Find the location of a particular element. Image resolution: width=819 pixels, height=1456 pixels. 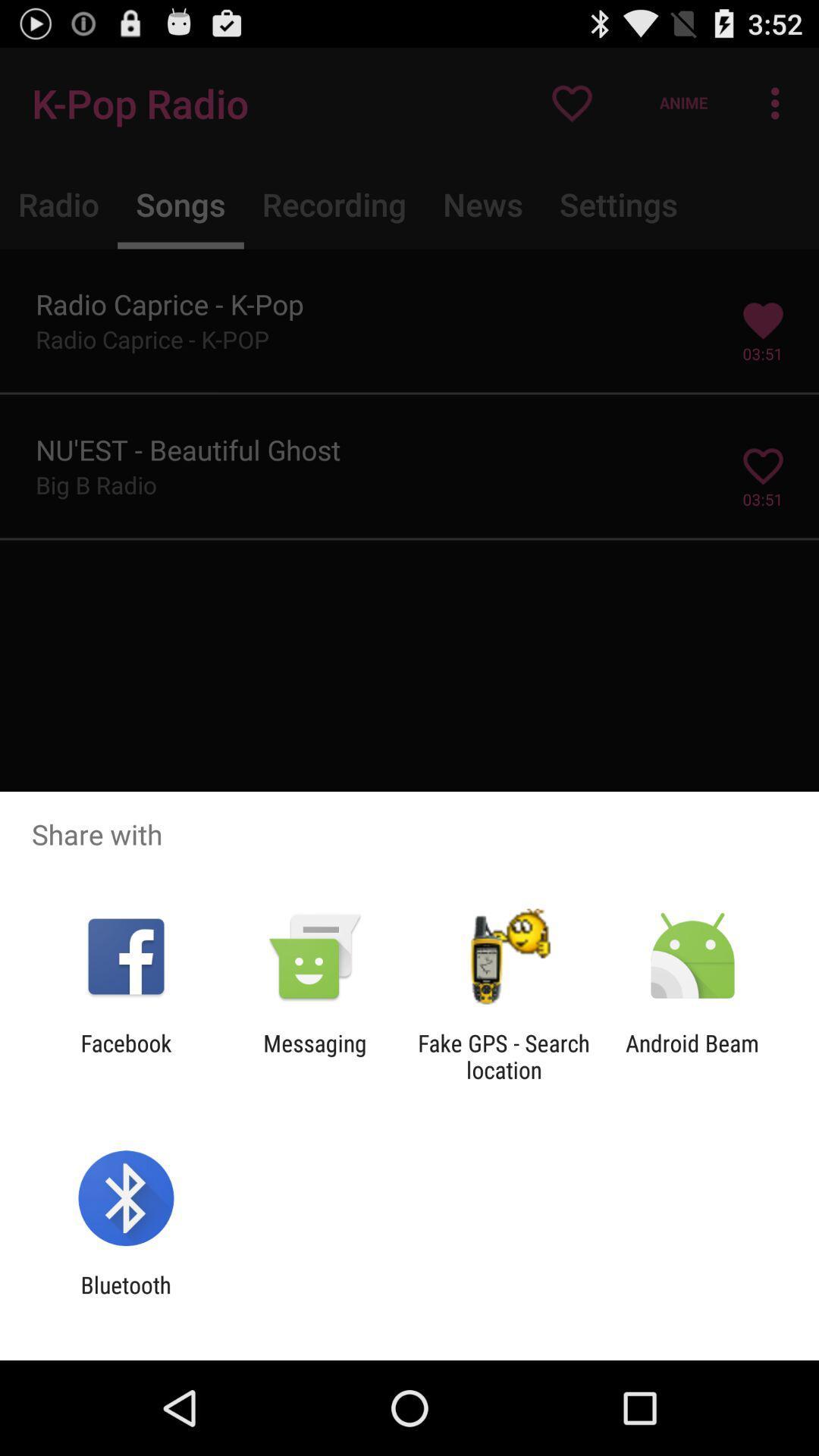

the app next to facebook item is located at coordinates (314, 1056).